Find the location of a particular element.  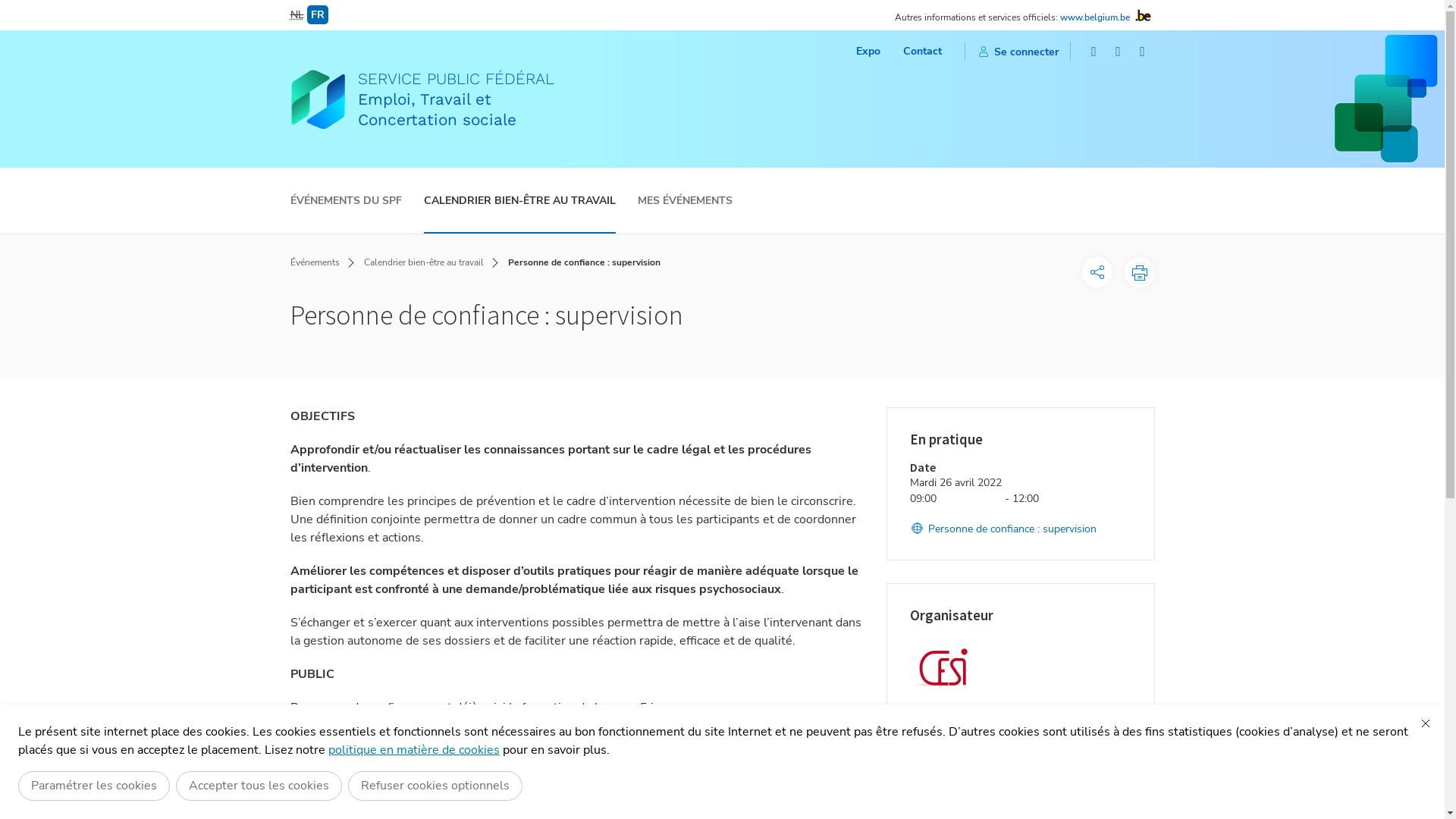

'Expo' is located at coordinates (867, 50).